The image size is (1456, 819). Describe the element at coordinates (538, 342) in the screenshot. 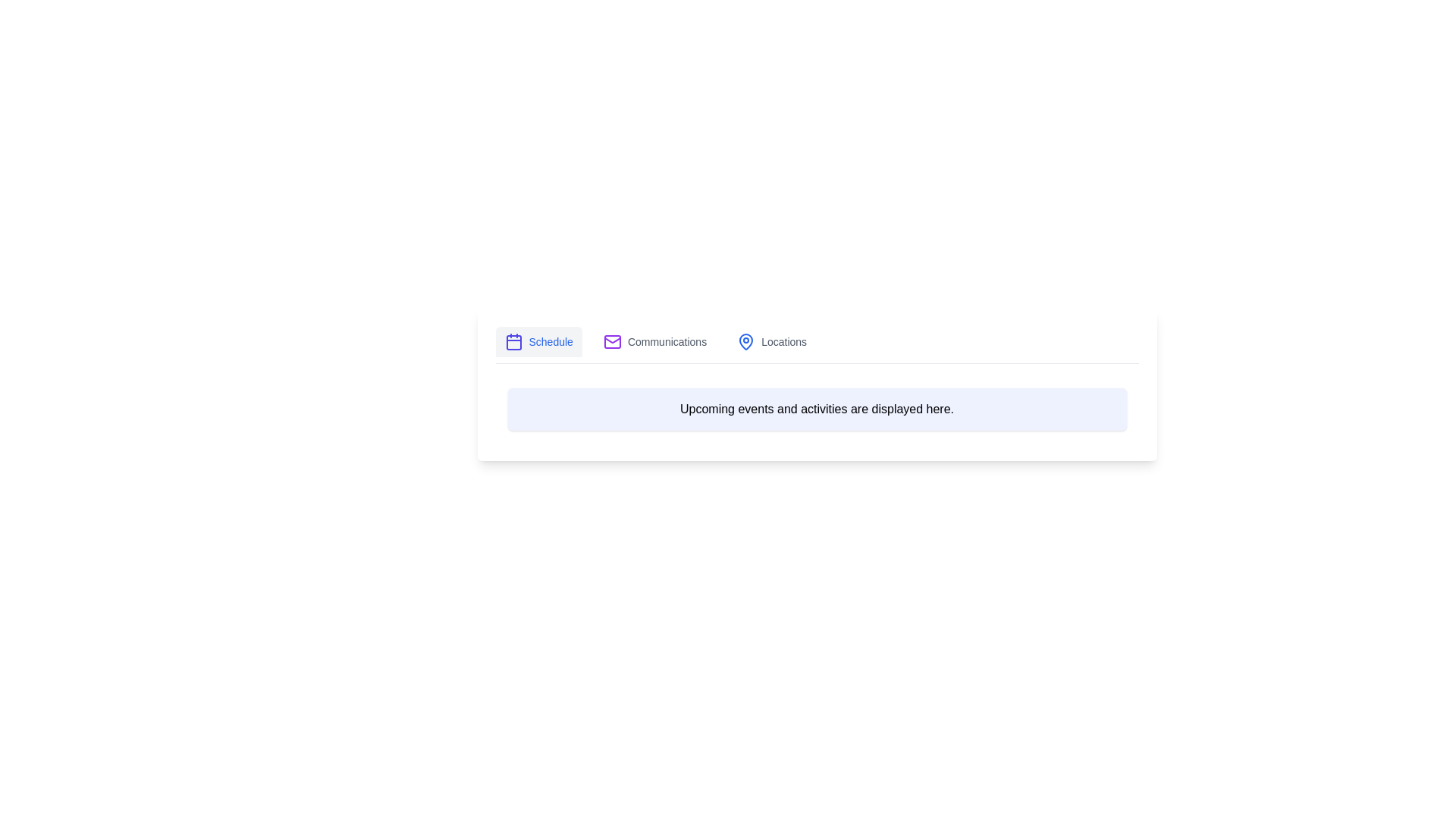

I see `the Schedule tab to view its content` at that location.